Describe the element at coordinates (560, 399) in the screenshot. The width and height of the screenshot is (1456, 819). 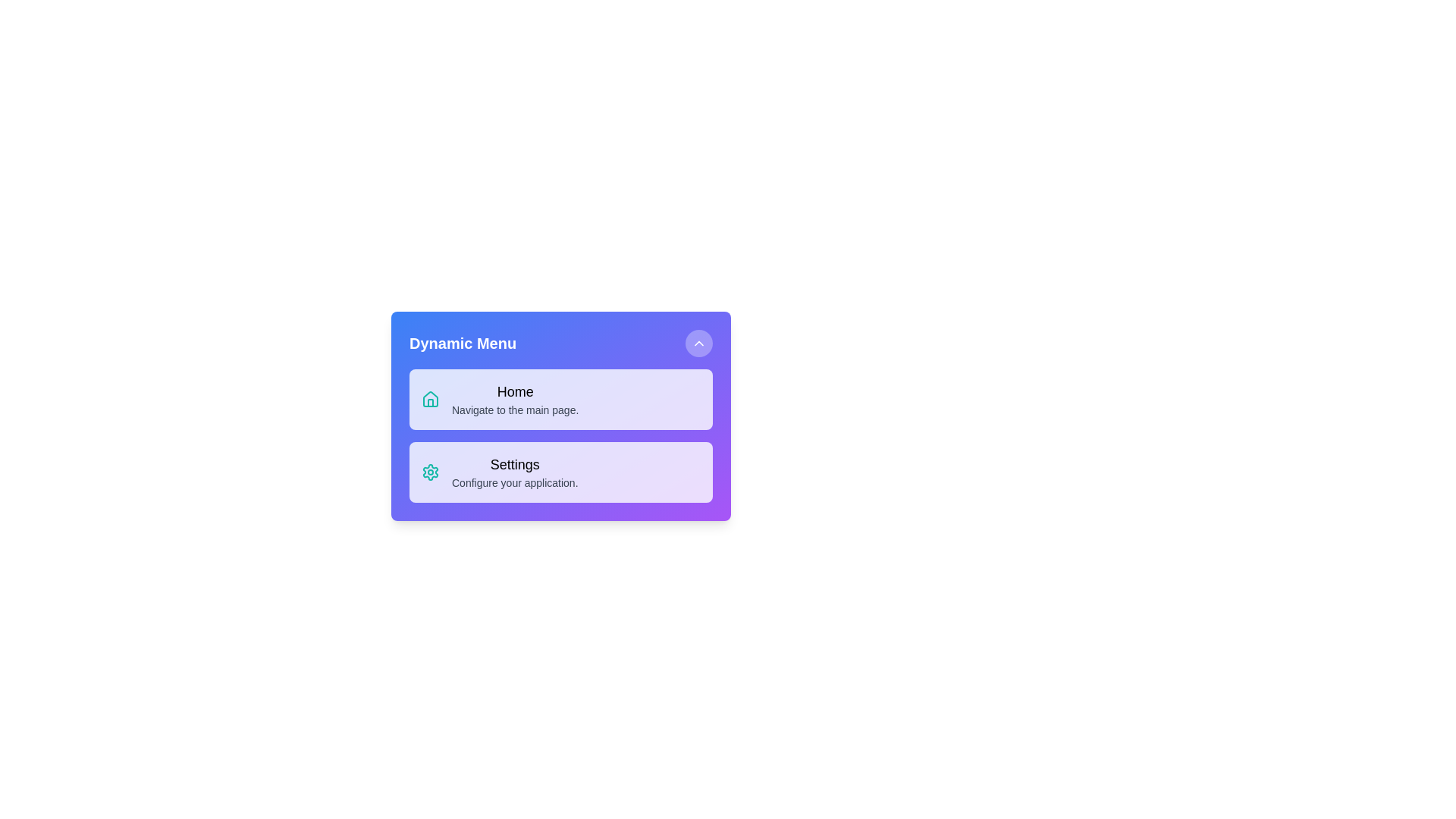
I see `the menu item Home` at that location.